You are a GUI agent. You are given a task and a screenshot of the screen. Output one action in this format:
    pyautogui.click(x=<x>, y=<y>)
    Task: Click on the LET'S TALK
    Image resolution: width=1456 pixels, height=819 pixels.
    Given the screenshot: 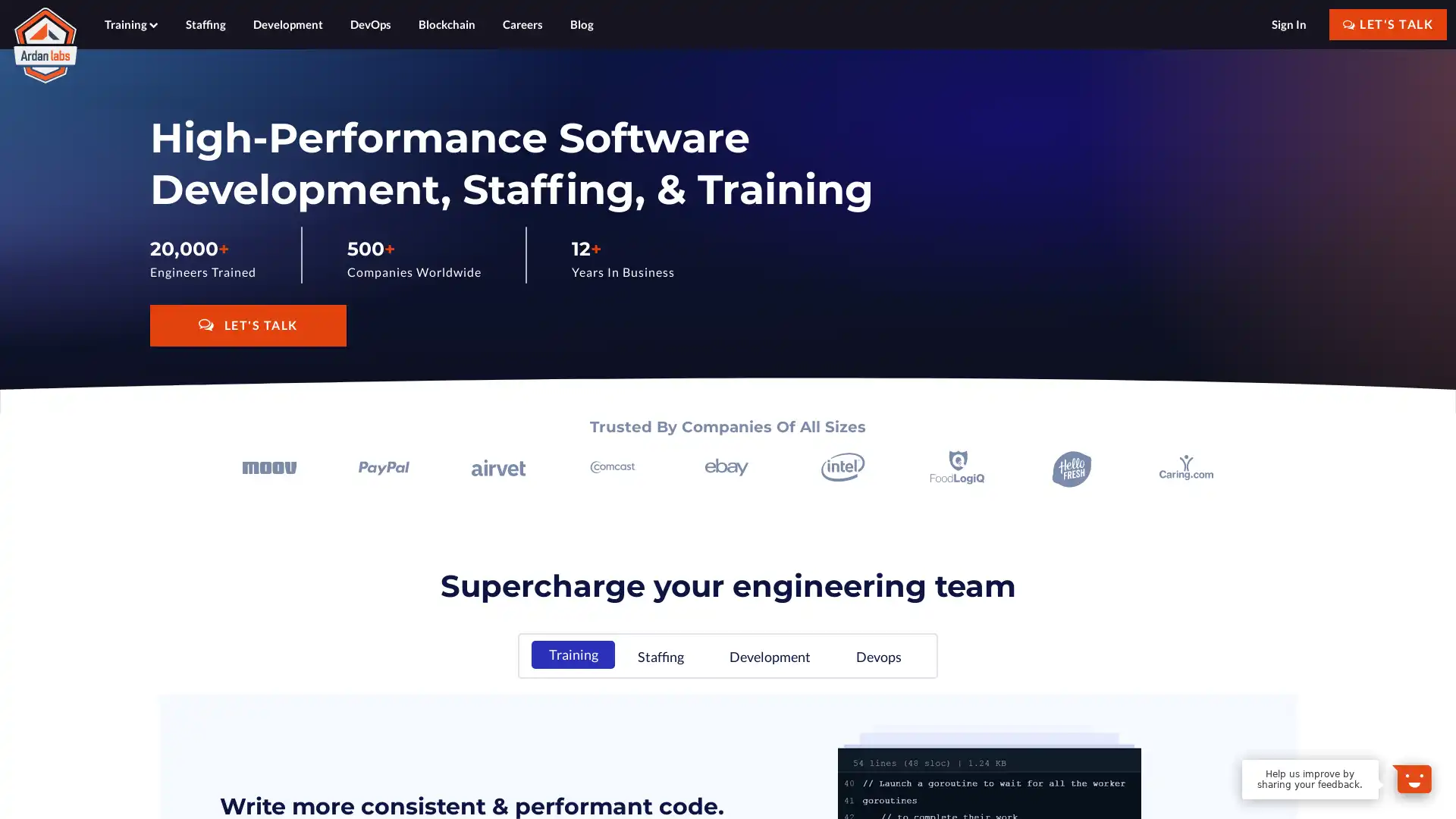 What is the action you would take?
    pyautogui.click(x=247, y=325)
    